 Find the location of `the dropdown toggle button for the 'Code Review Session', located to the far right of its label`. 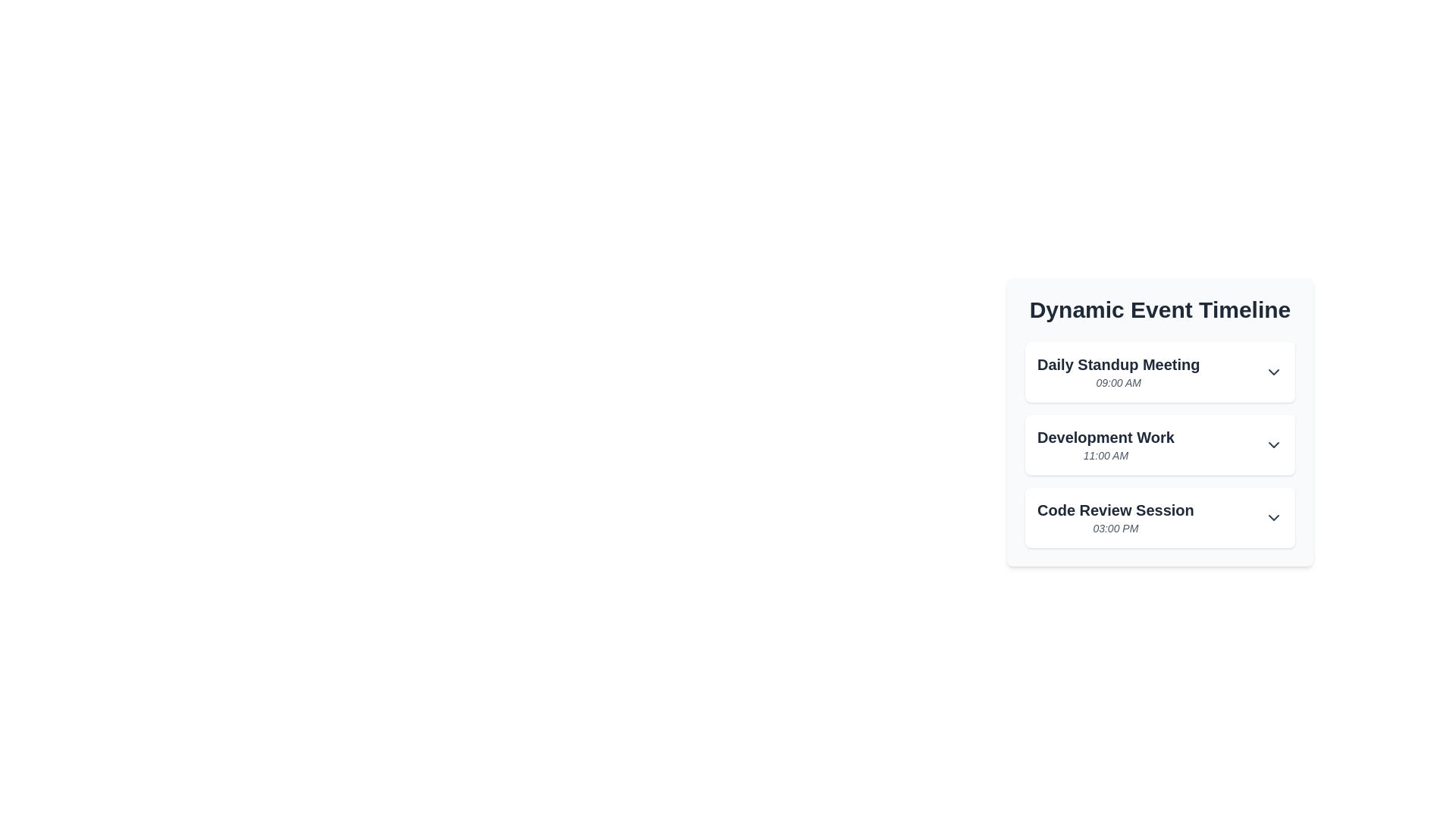

the dropdown toggle button for the 'Code Review Session', located to the far right of its label is located at coordinates (1274, 516).